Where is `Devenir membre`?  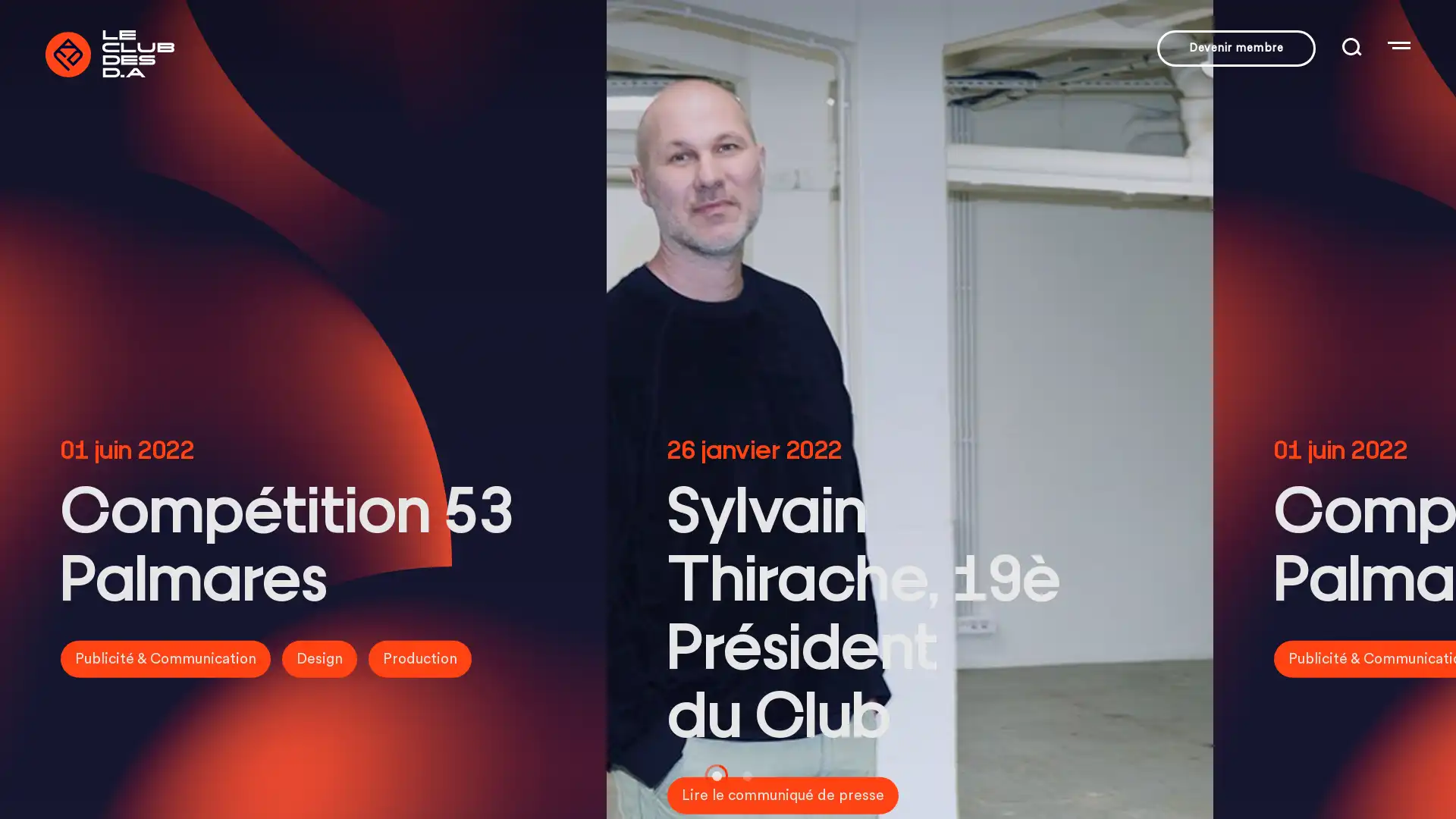
Devenir membre is located at coordinates (1236, 48).